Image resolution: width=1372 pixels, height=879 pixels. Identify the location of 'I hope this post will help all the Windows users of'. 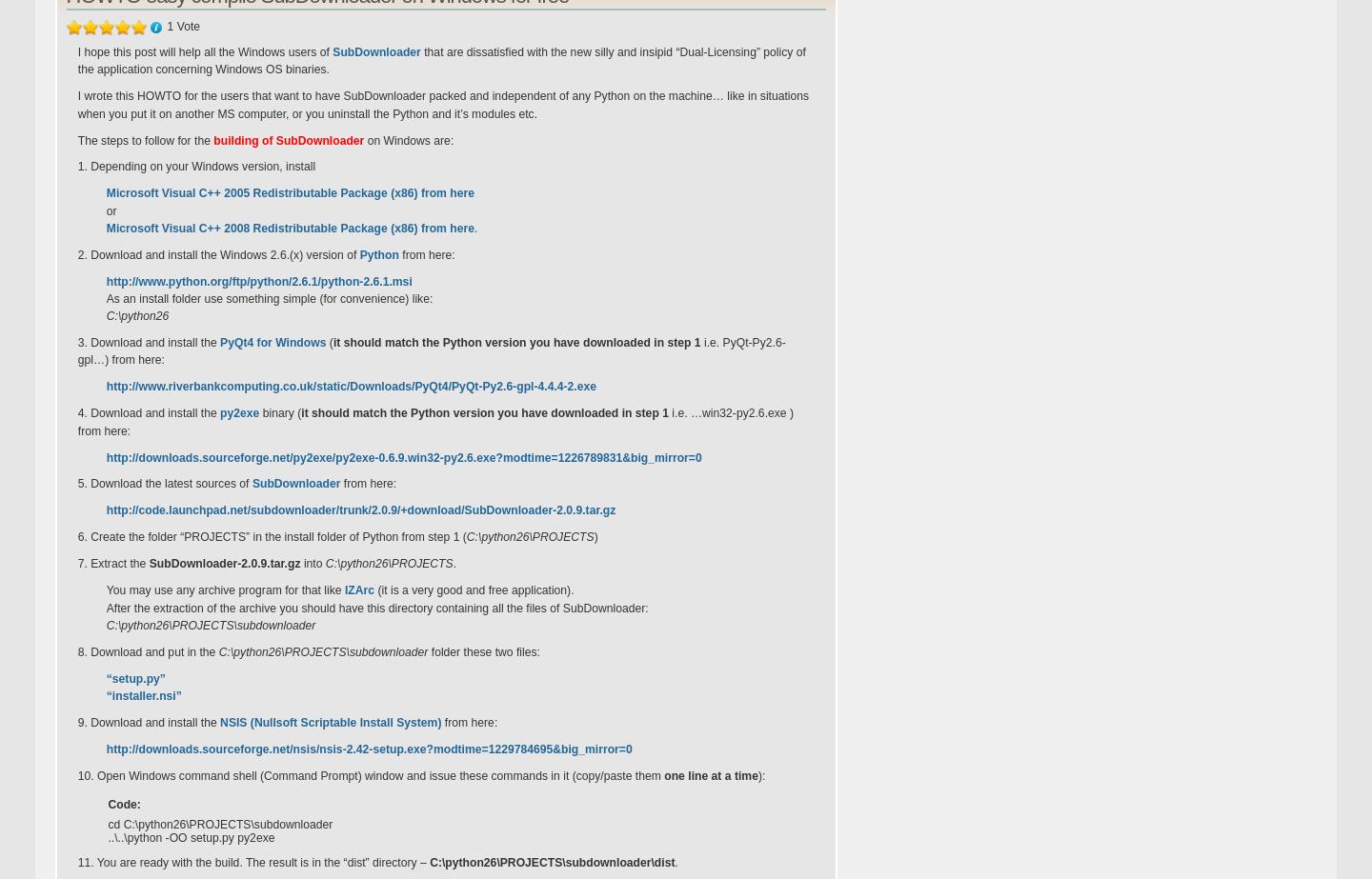
(204, 52).